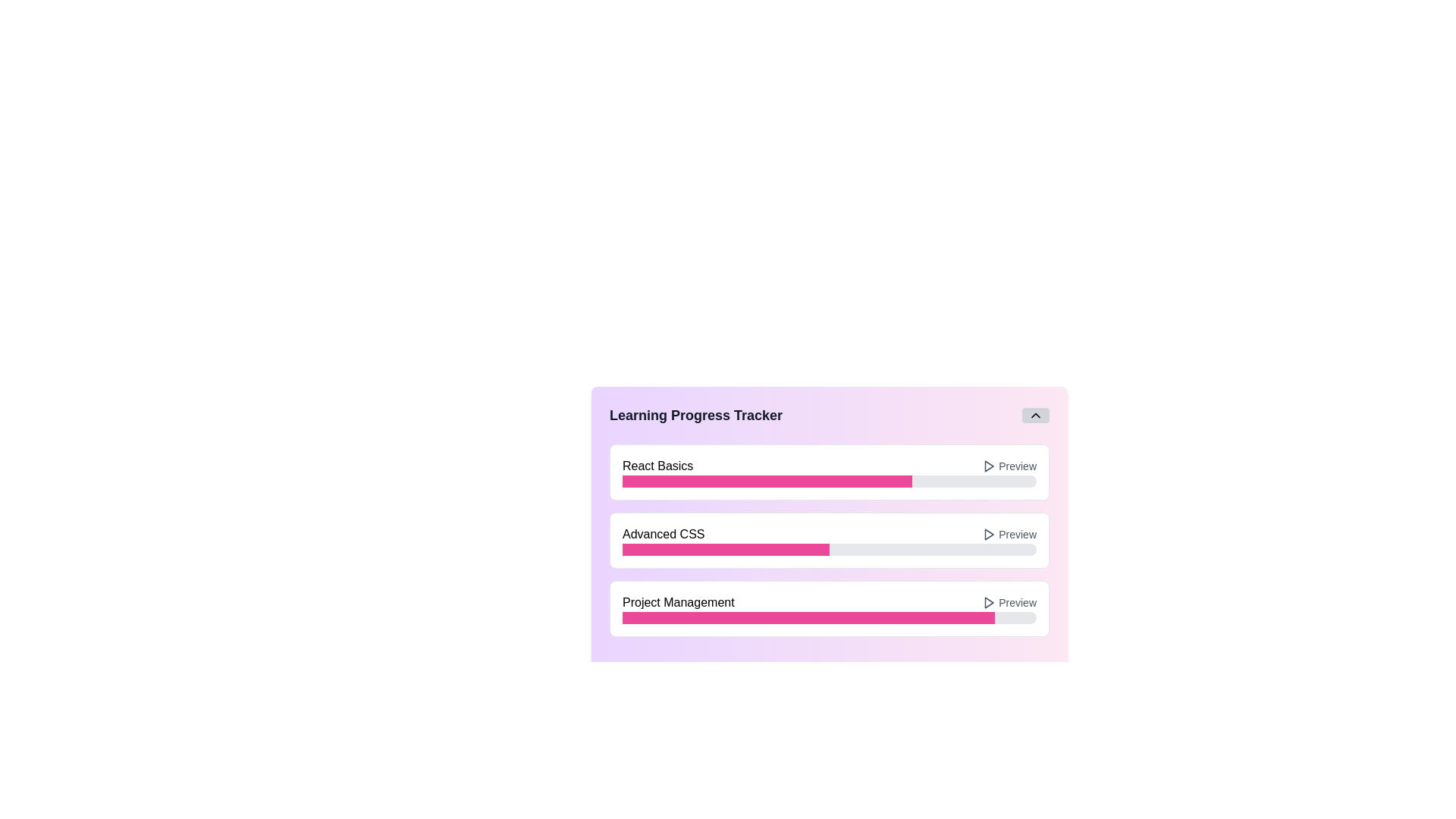 The width and height of the screenshot is (1456, 819). Describe the element at coordinates (989, 534) in the screenshot. I see `the triangular-shaped play icon button adjacent to the 'Preview' label` at that location.